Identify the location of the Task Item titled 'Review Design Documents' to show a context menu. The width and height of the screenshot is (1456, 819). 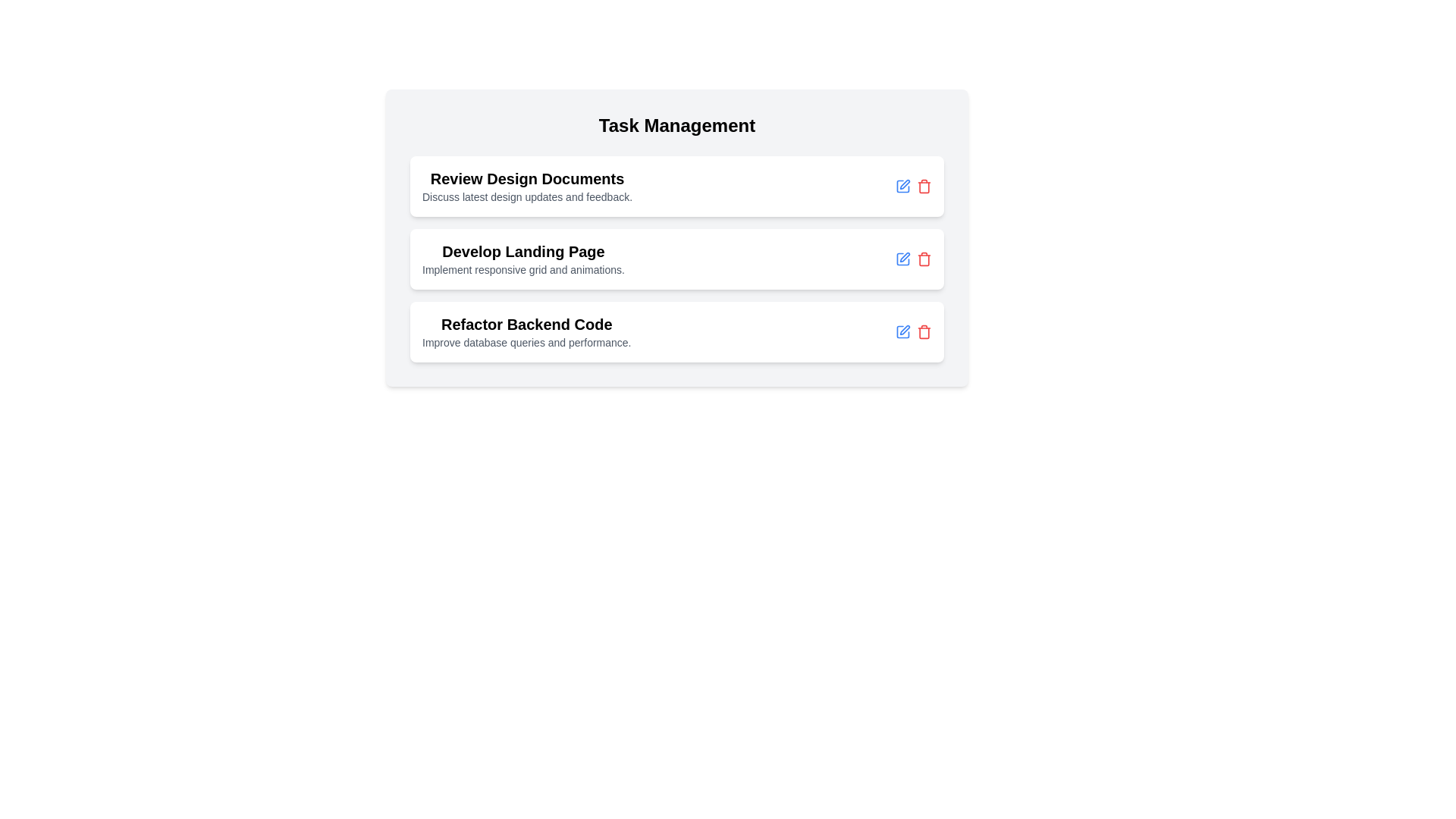
(676, 186).